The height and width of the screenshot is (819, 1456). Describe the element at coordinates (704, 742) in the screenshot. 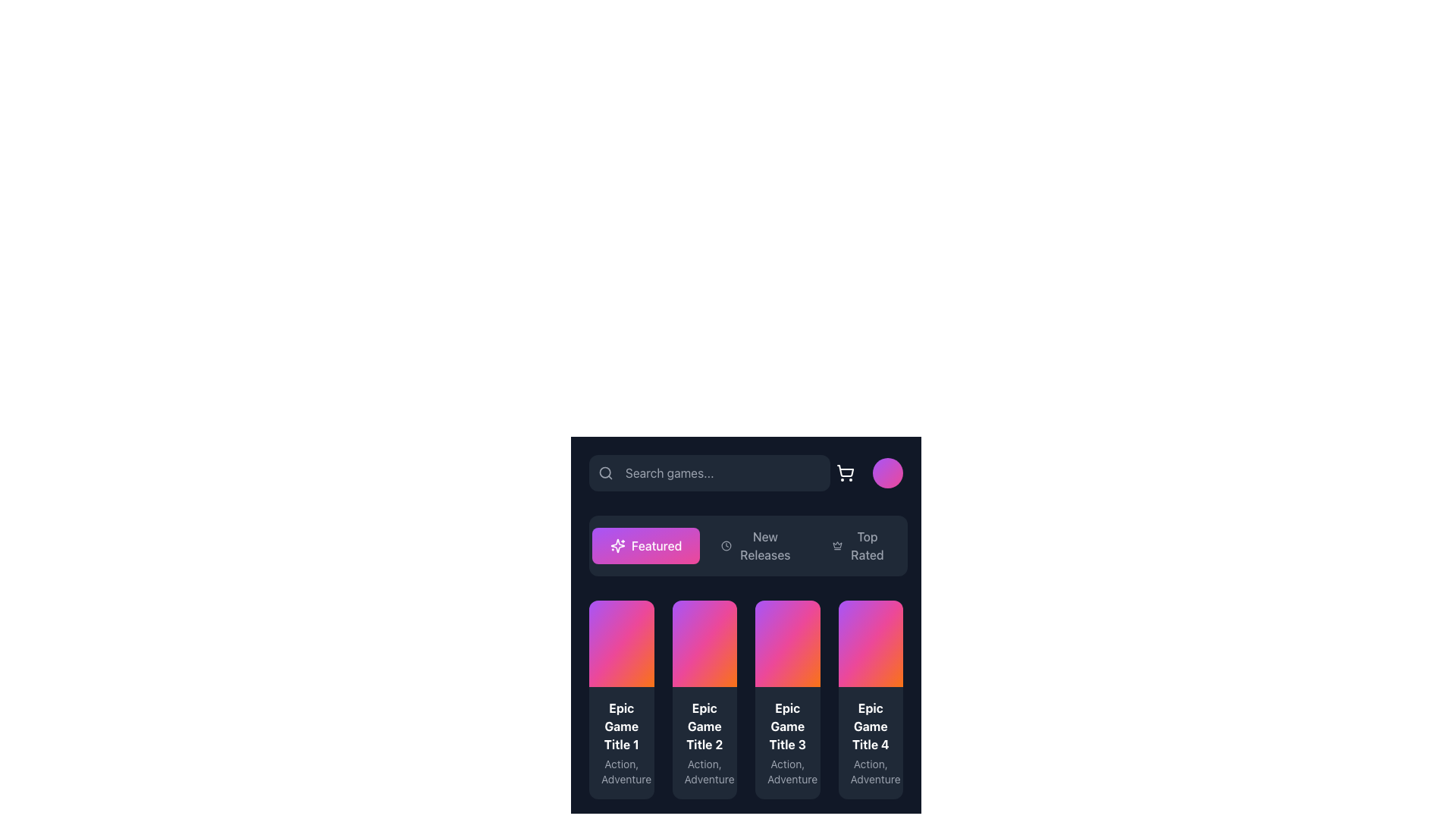

I see `the text and informational component displaying 'Epic Game Title 2' in bold, which is part of the second clickable game card in a horizontal layout` at that location.